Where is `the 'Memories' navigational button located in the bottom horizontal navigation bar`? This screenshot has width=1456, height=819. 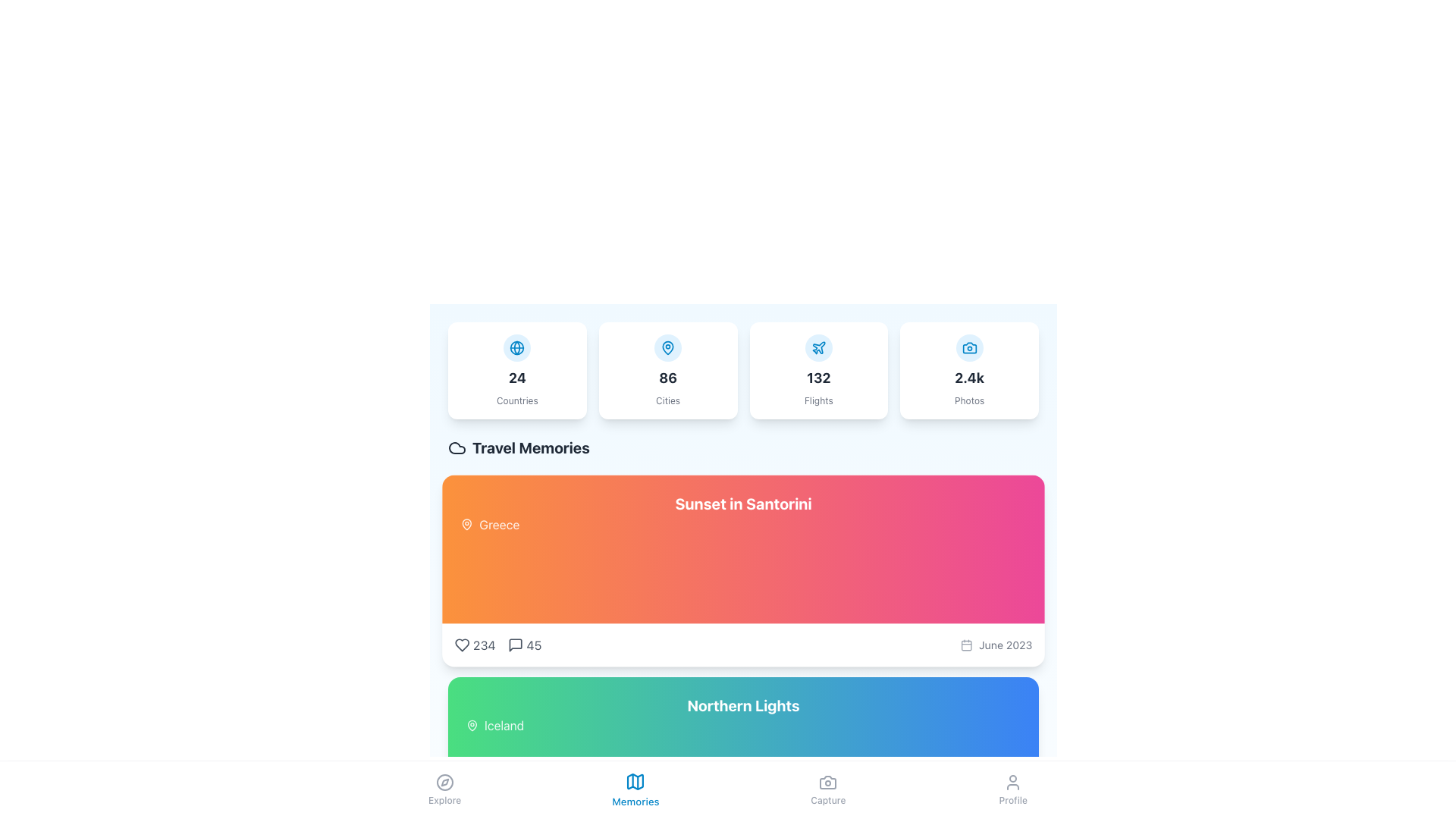
the 'Memories' navigational button located in the bottom horizontal navigation bar is located at coordinates (635, 789).